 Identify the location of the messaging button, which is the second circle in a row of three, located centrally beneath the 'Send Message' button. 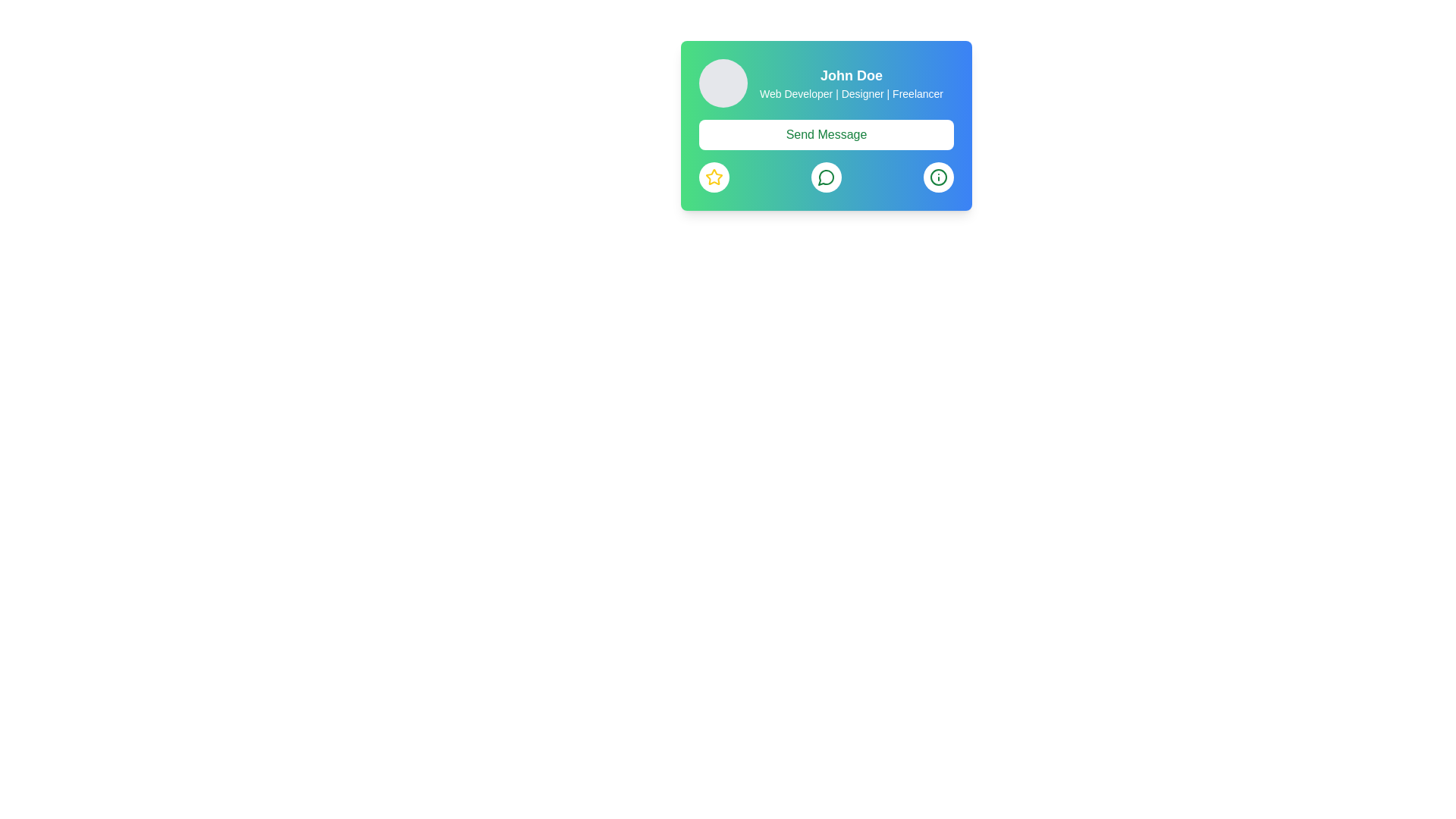
(825, 177).